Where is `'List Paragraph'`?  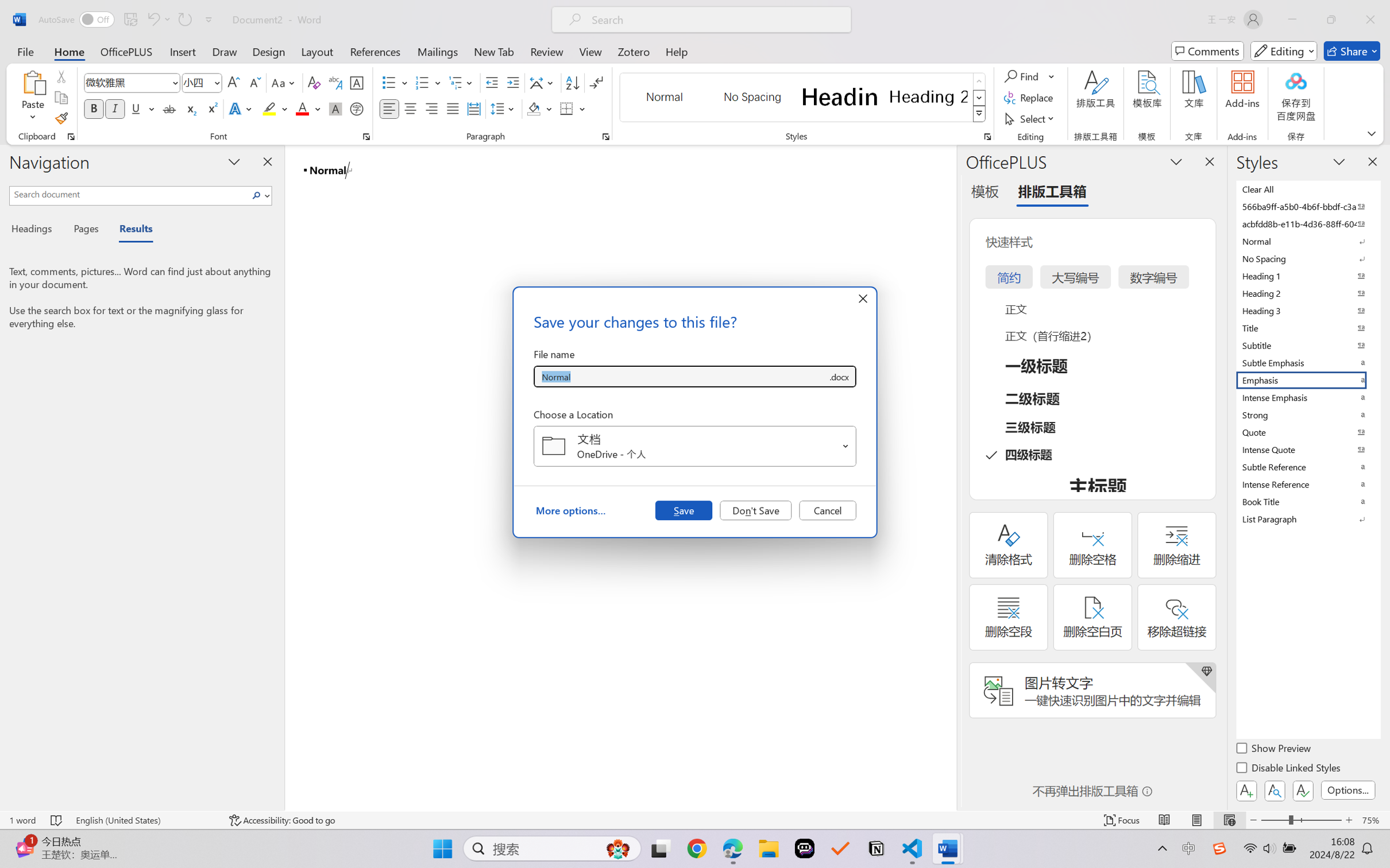 'List Paragraph' is located at coordinates (1307, 518).